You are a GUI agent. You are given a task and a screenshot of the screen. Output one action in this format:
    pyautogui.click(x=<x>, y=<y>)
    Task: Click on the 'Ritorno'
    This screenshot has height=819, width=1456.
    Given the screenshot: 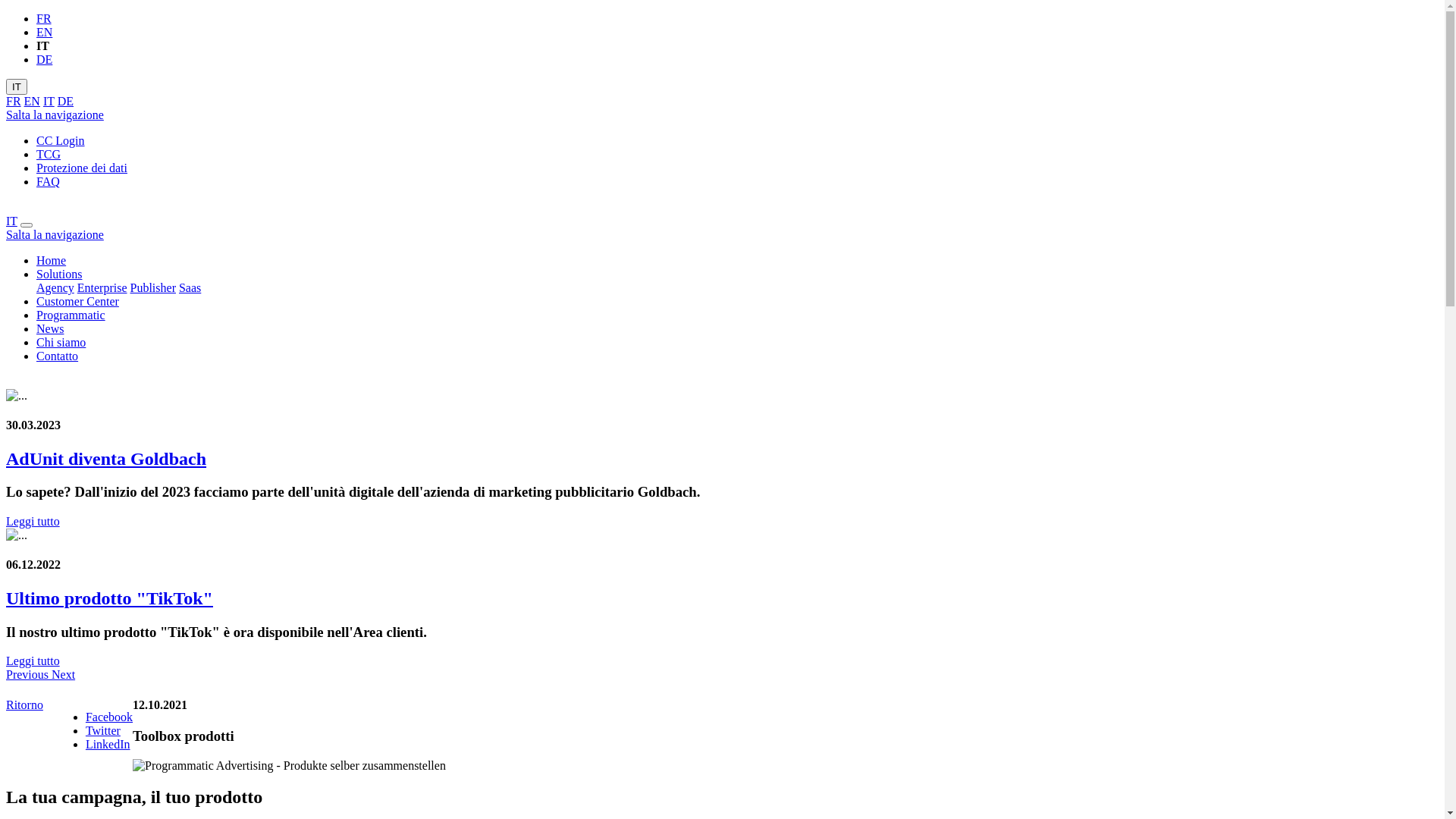 What is the action you would take?
    pyautogui.click(x=6, y=704)
    